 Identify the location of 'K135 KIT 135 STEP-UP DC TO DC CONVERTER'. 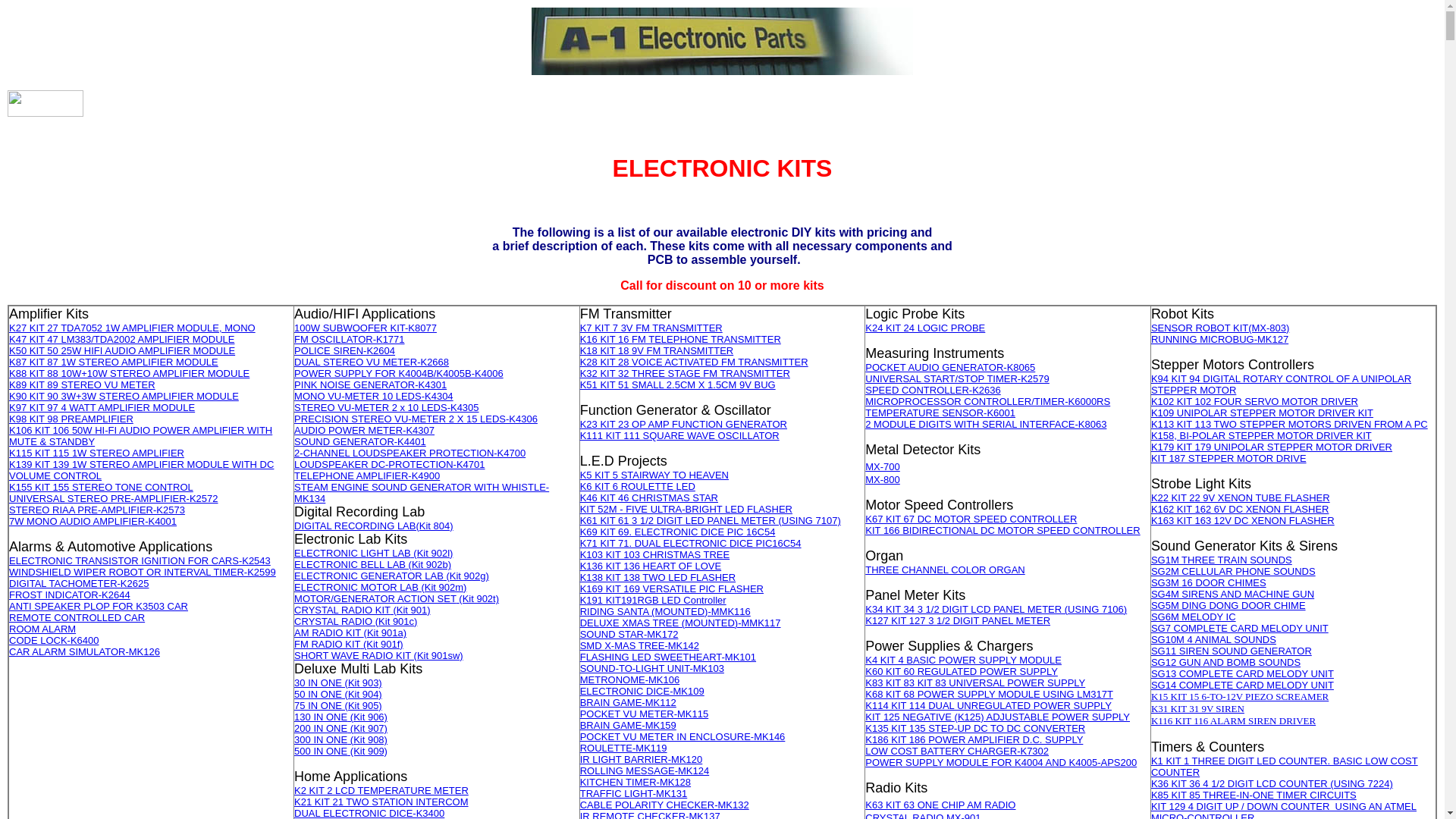
(975, 727).